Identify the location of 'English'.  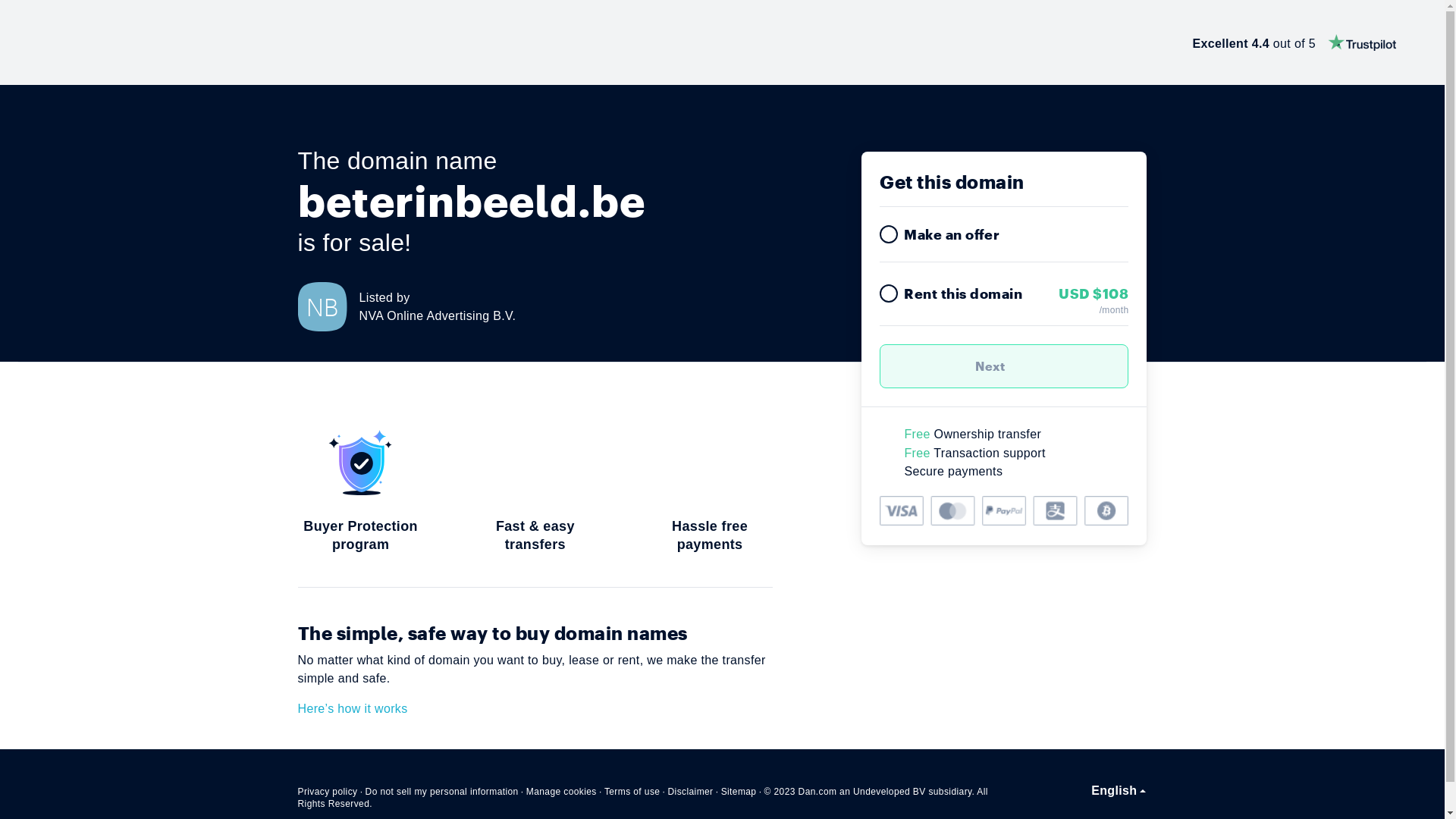
(1090, 789).